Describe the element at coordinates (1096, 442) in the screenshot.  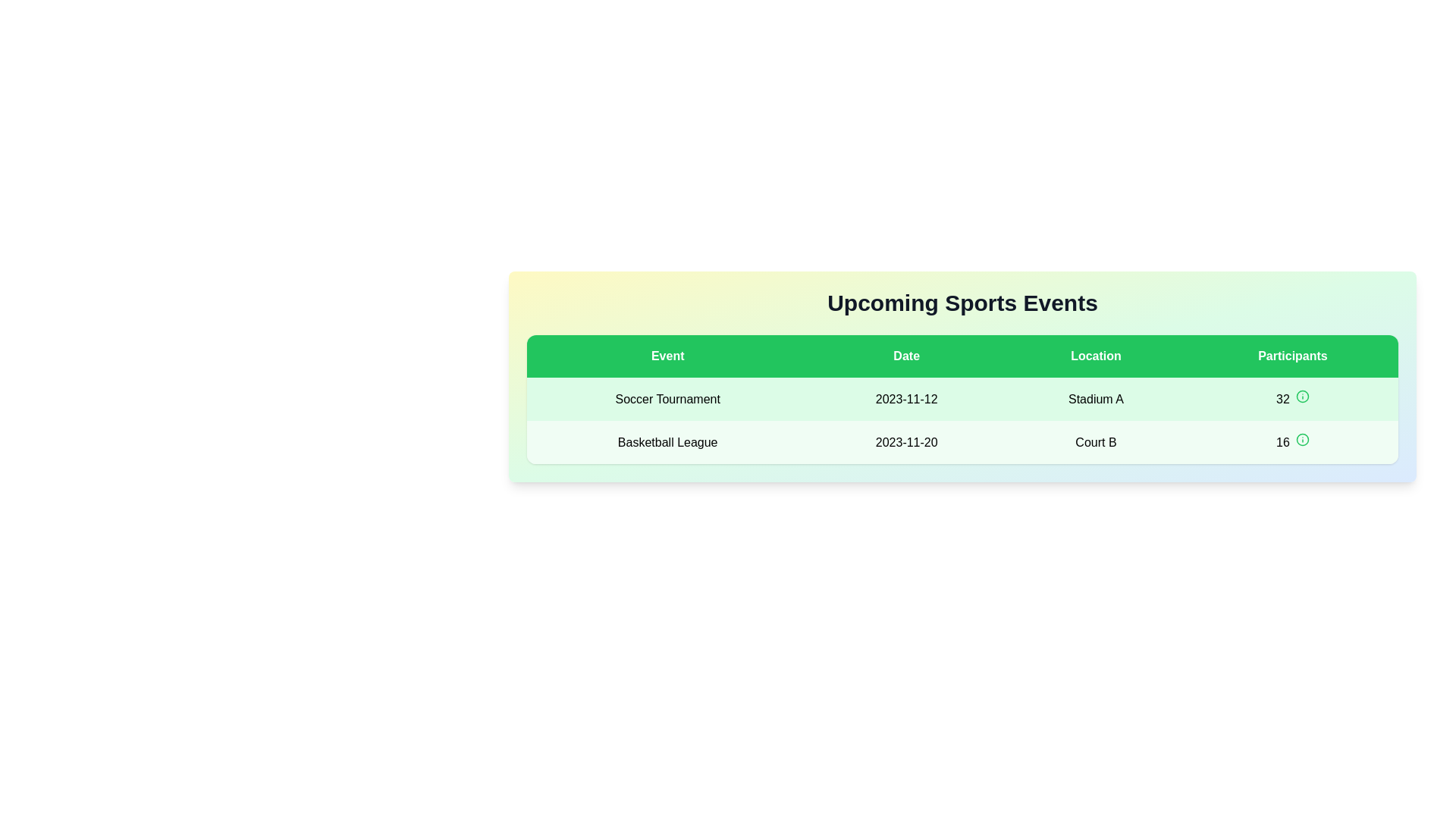
I see `the 'Court B' text label located in the 'Location' column of the 'Basketball League' row within the 'Upcoming Sports Events' table` at that location.